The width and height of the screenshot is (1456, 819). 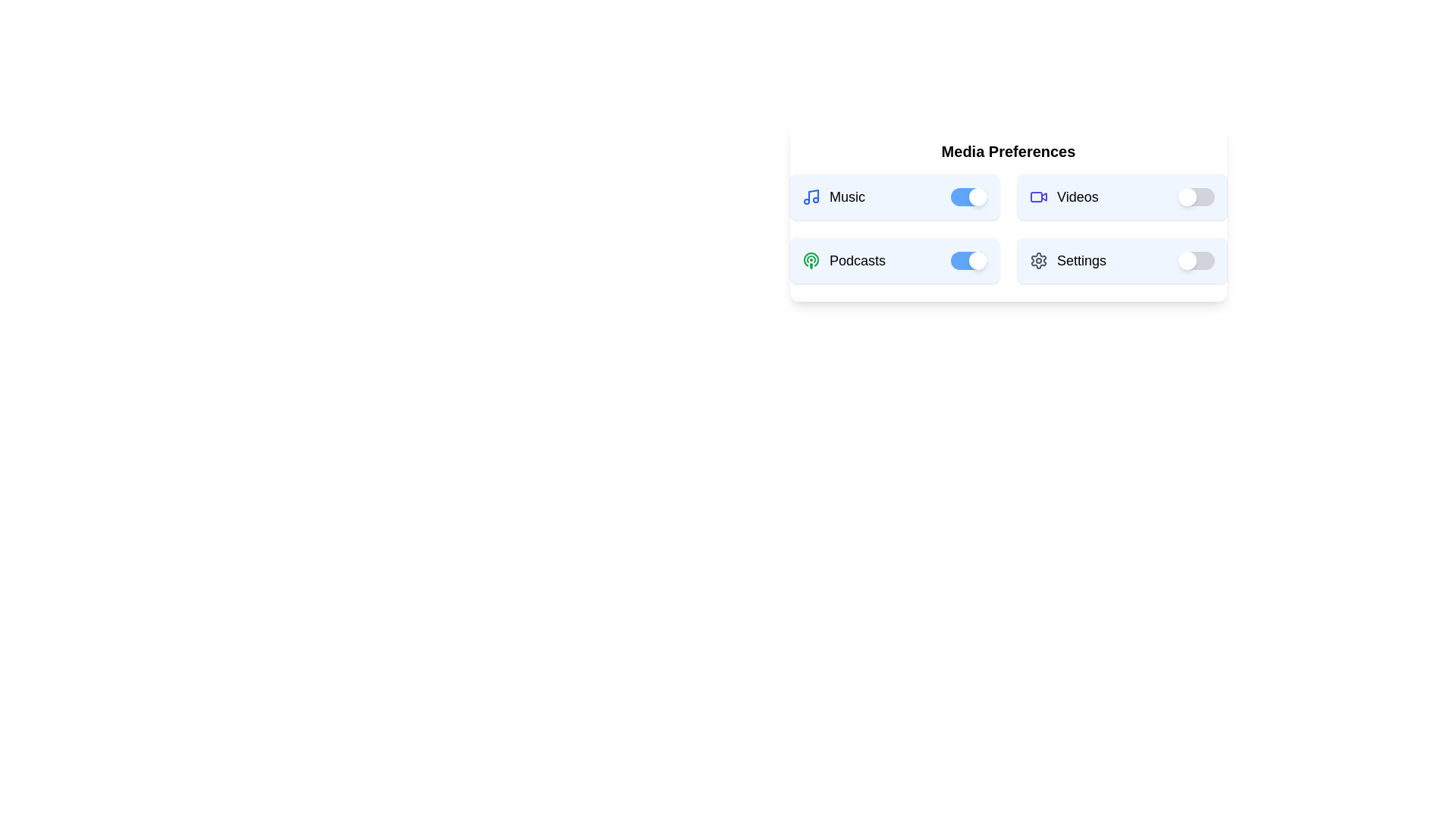 What do you see at coordinates (1062, 196) in the screenshot?
I see `the 'Videos' text` at bounding box center [1062, 196].